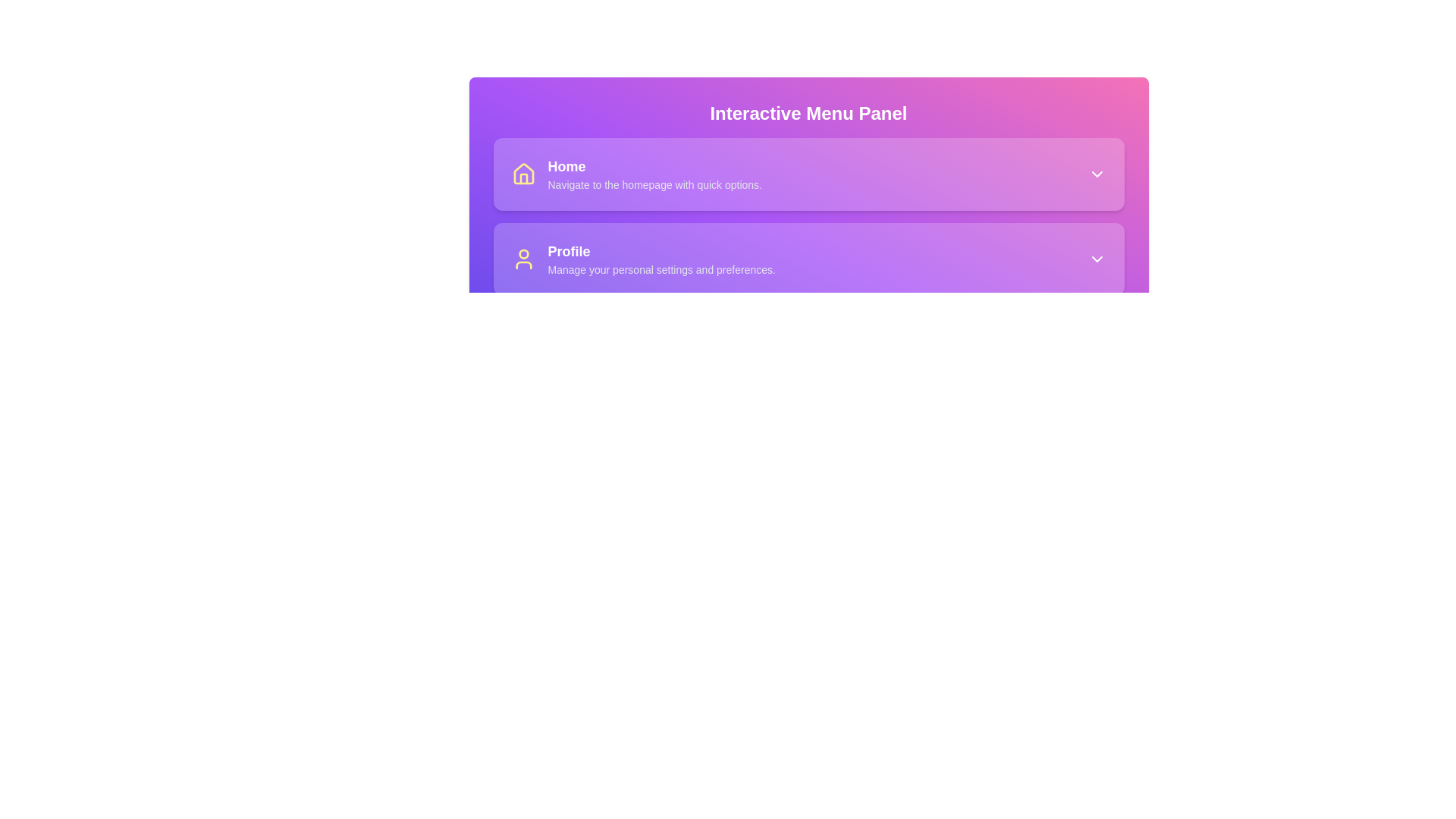 This screenshot has width=1456, height=819. I want to click on the decorative SVG circle located in the Profile section of the interface, which is part of the user icon depicting a person, so click(523, 253).